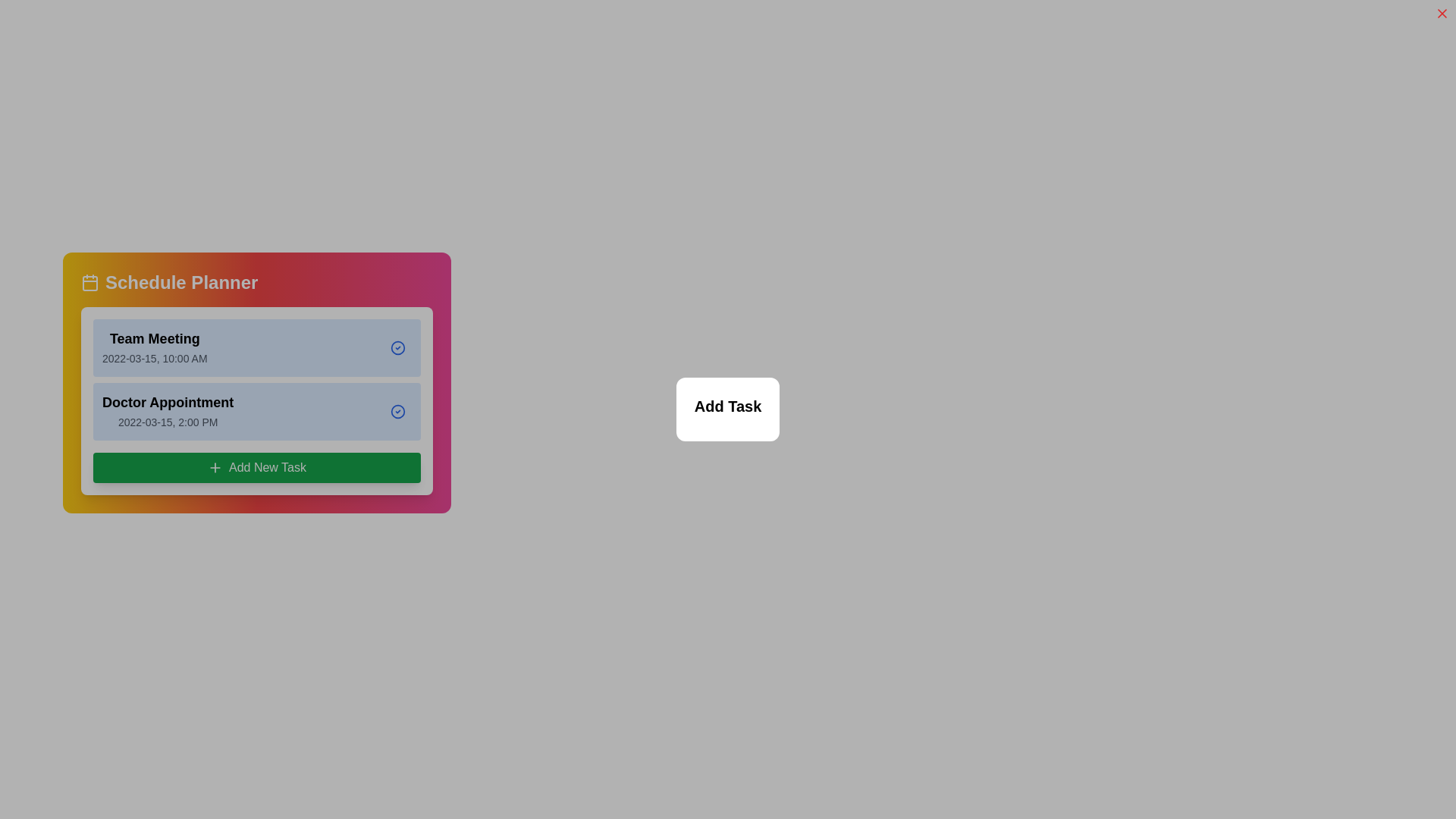  Describe the element at coordinates (397, 348) in the screenshot. I see `the circular button with a blue outline and checkmark icon to confirm the associated task in the 'Team Meeting, 2022-03-15, 10:00 AM' entry of the schedule list` at that location.